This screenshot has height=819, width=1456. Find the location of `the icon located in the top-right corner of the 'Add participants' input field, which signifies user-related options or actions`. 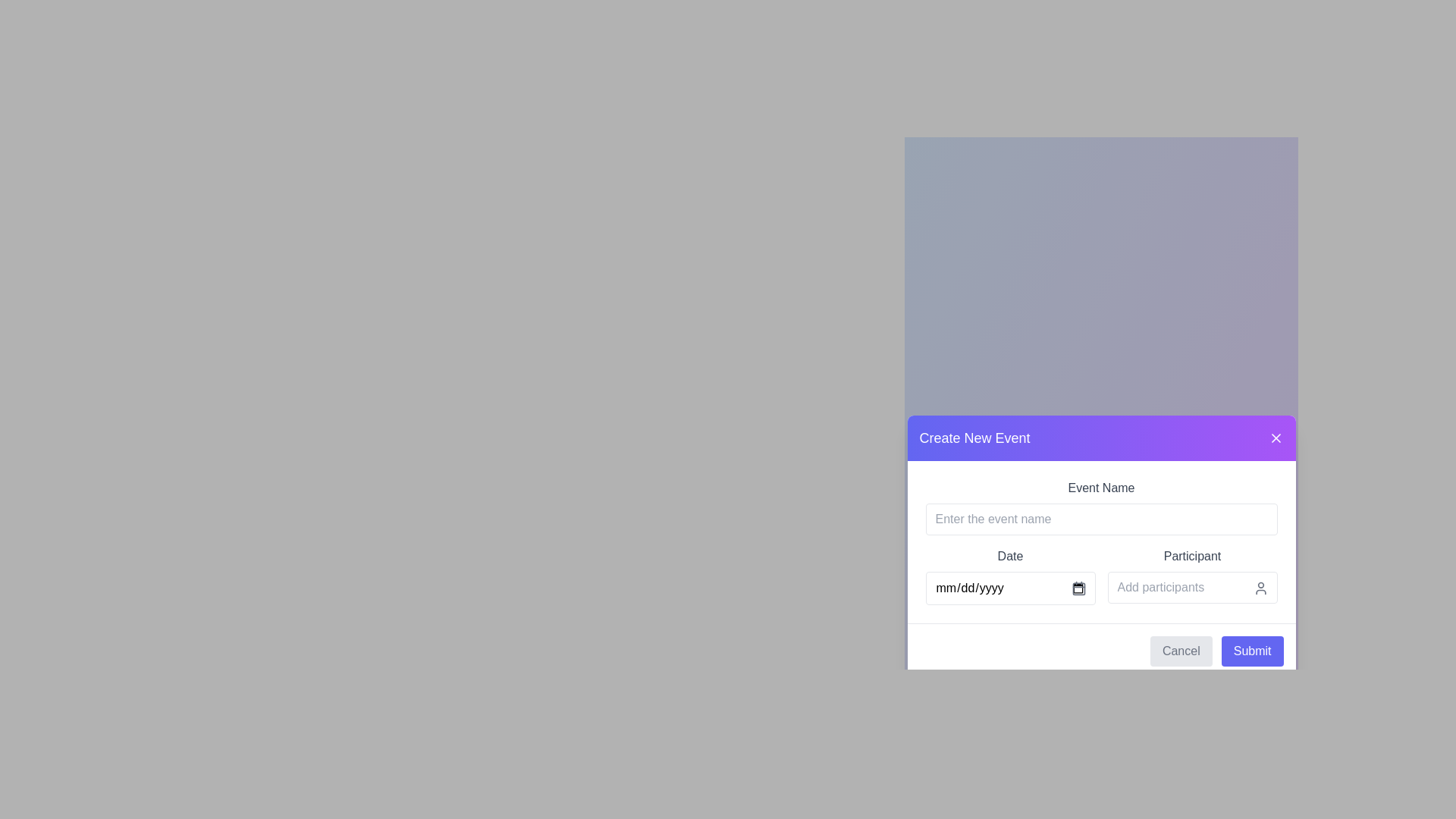

the icon located in the top-right corner of the 'Add participants' input field, which signifies user-related options or actions is located at coordinates (1260, 587).